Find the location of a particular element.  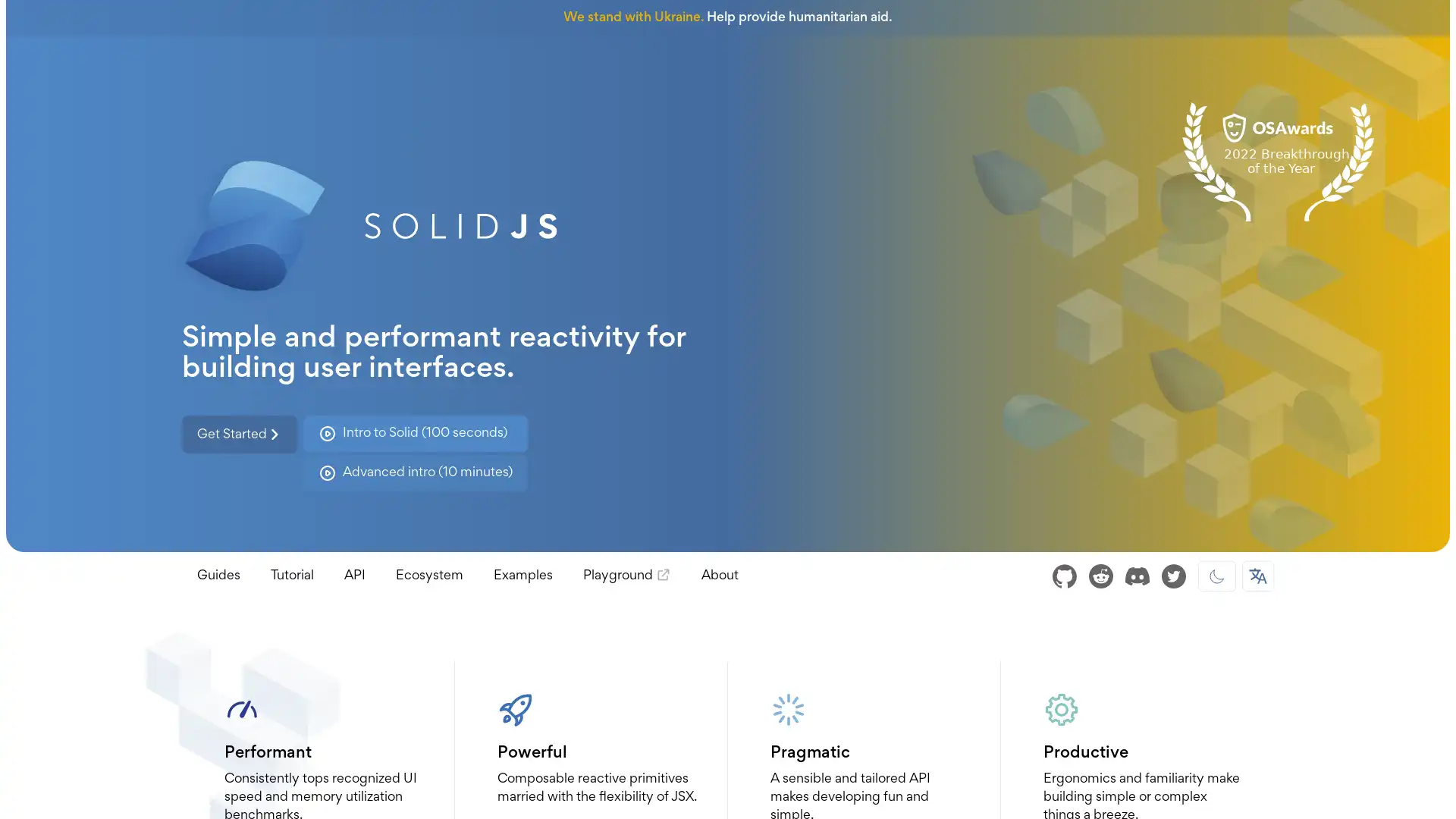

Select Language is located at coordinates (1258, 576).